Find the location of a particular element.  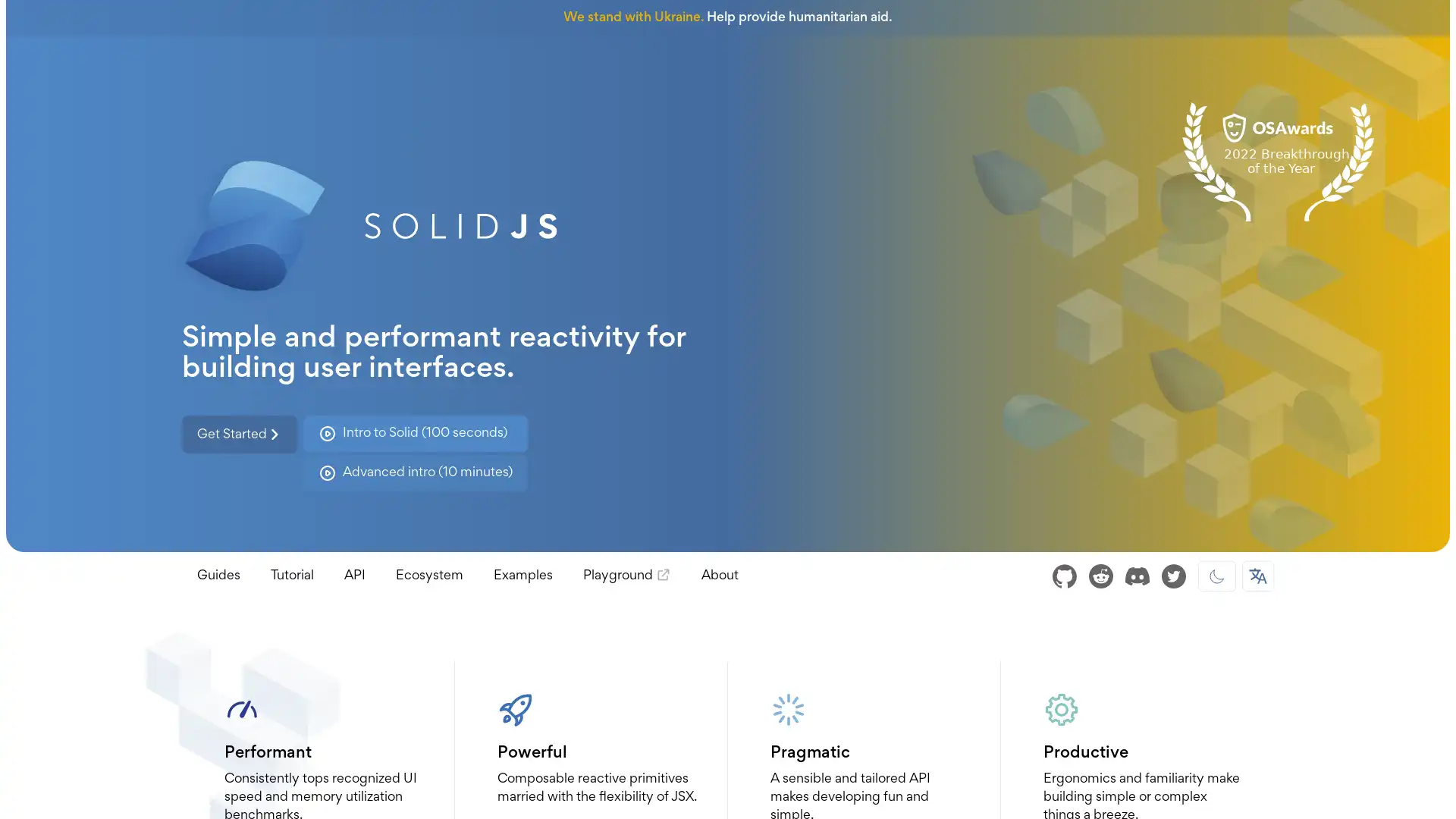

Select Language is located at coordinates (1258, 576).